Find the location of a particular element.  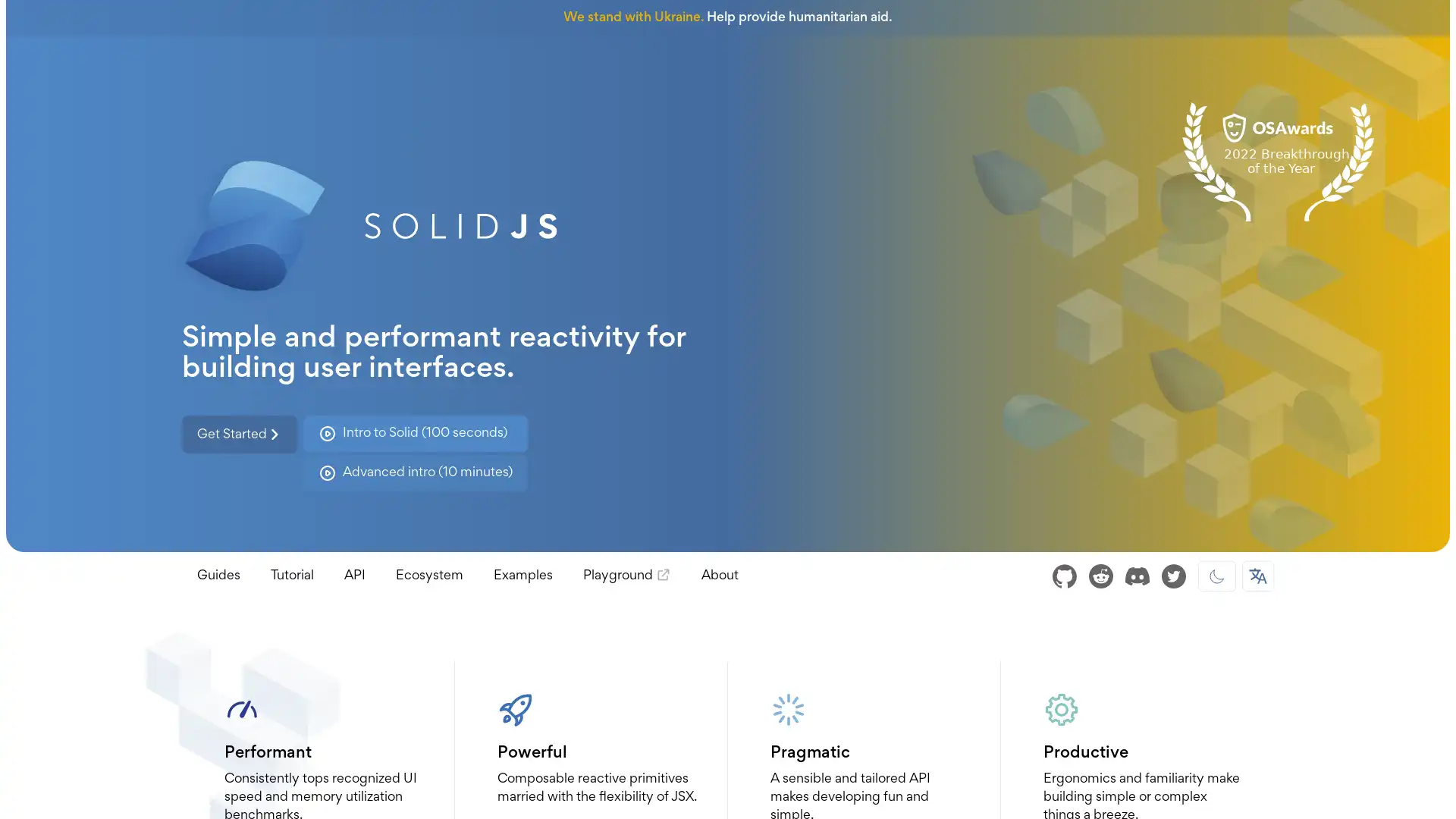

Select Language is located at coordinates (1258, 576).